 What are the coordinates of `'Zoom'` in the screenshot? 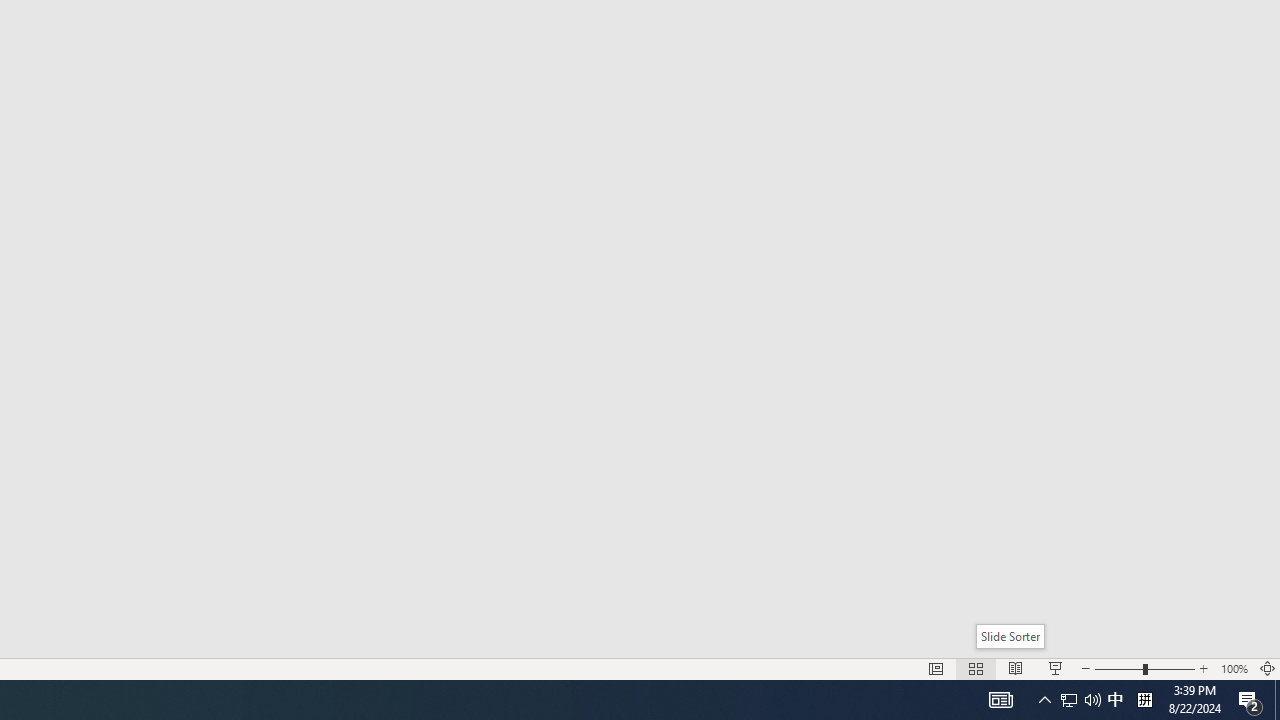 It's located at (1144, 669).